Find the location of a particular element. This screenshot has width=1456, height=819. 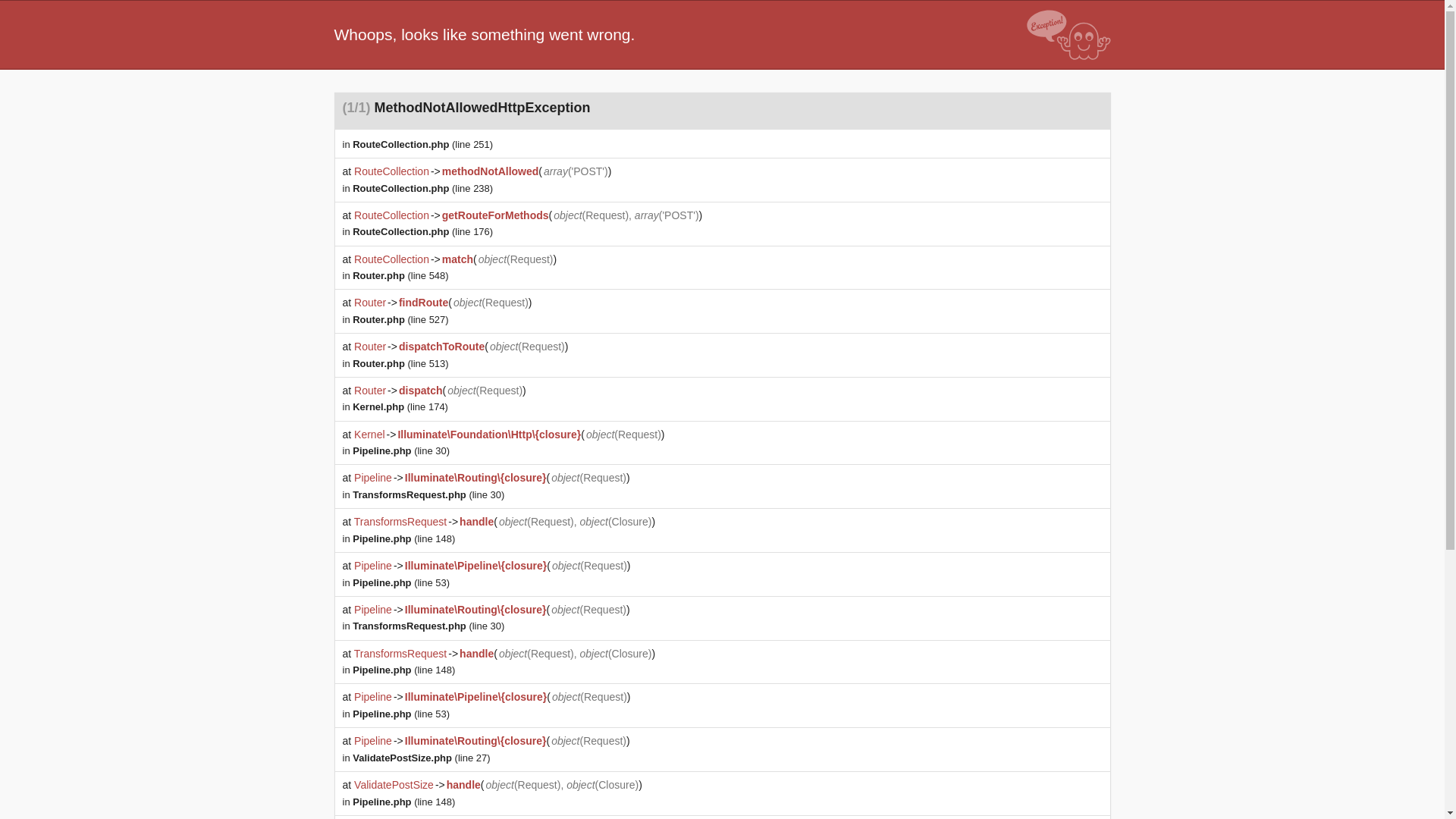

'Pipeline.php (line 53)' is located at coordinates (400, 582).